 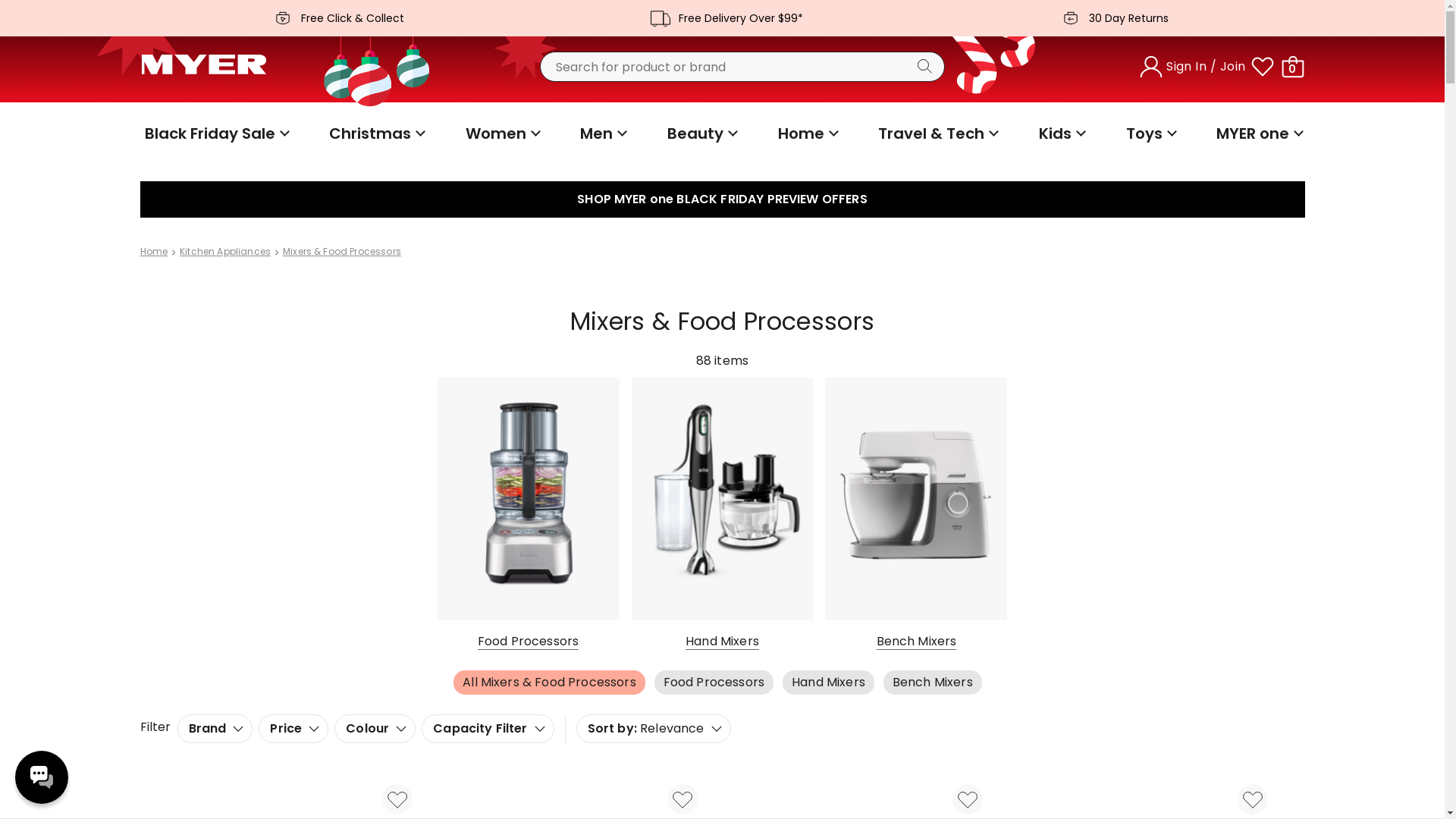 What do you see at coordinates (375, 727) in the screenshot?
I see `'Colour'` at bounding box center [375, 727].